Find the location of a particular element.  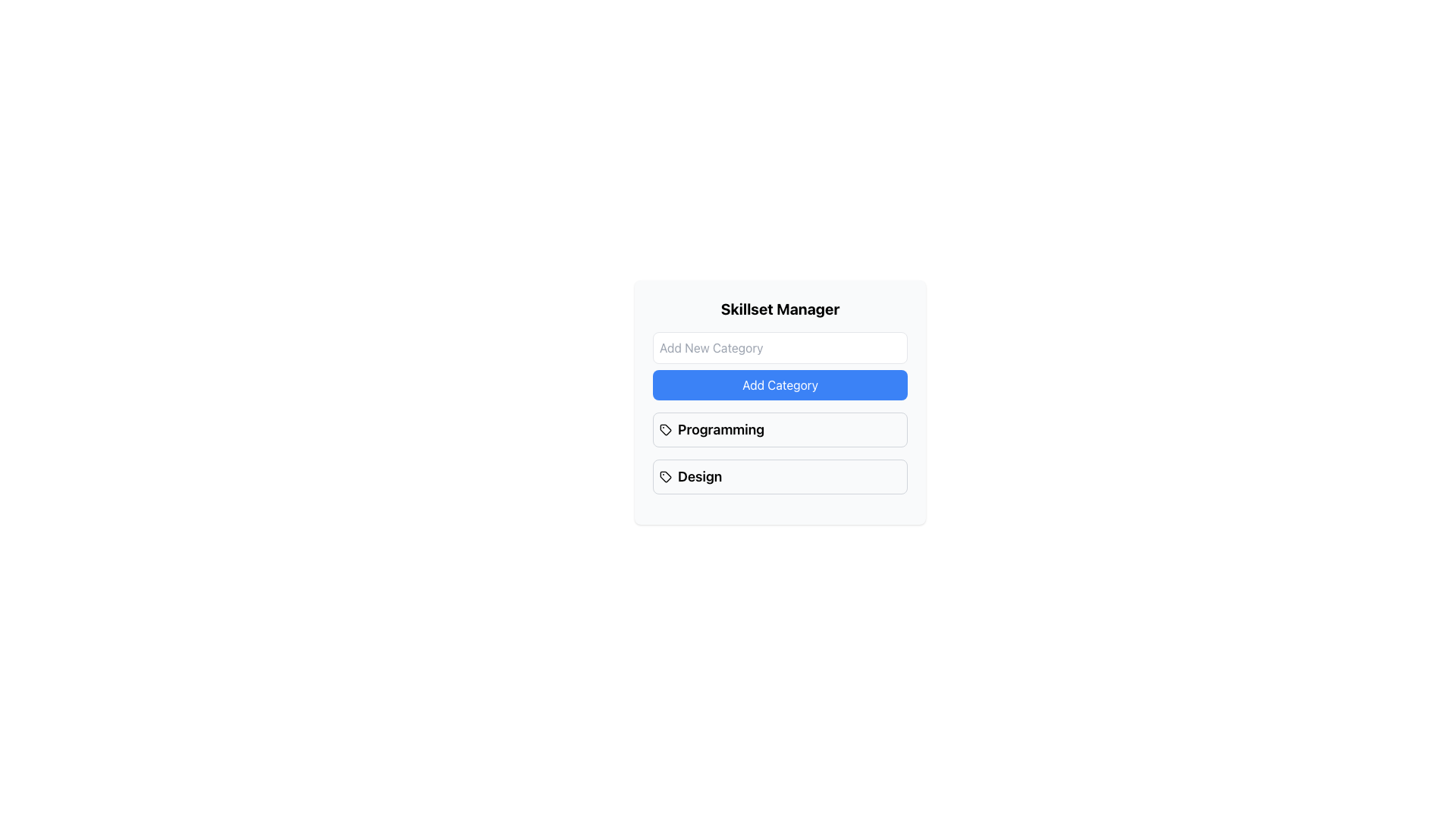

the 'Design' icon in the 'Skillset Manager' list, which serves as a visual marker for the 'Design' entry is located at coordinates (666, 430).